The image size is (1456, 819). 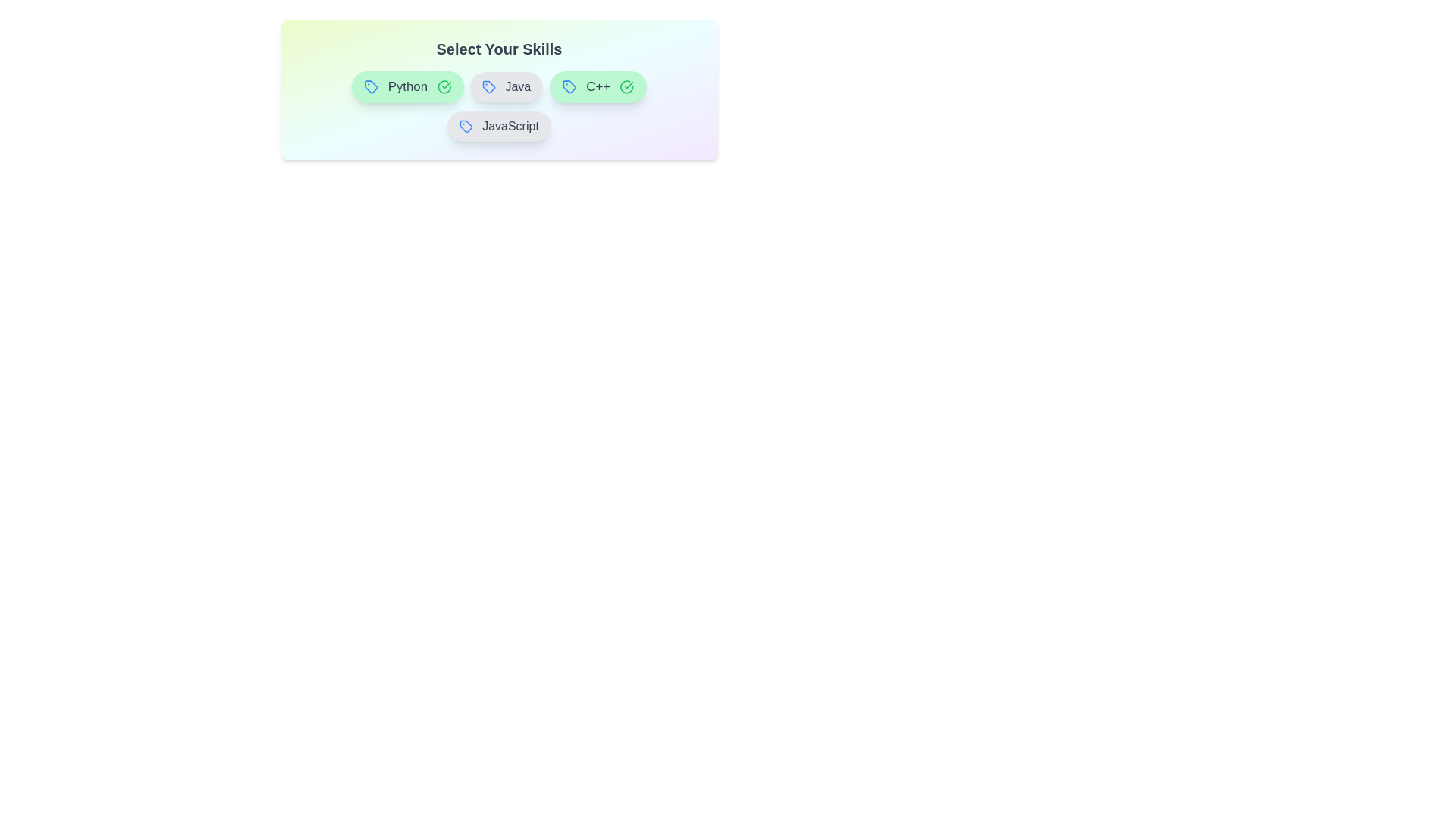 What do you see at coordinates (407, 87) in the screenshot?
I see `the skill badge labeled Python` at bounding box center [407, 87].